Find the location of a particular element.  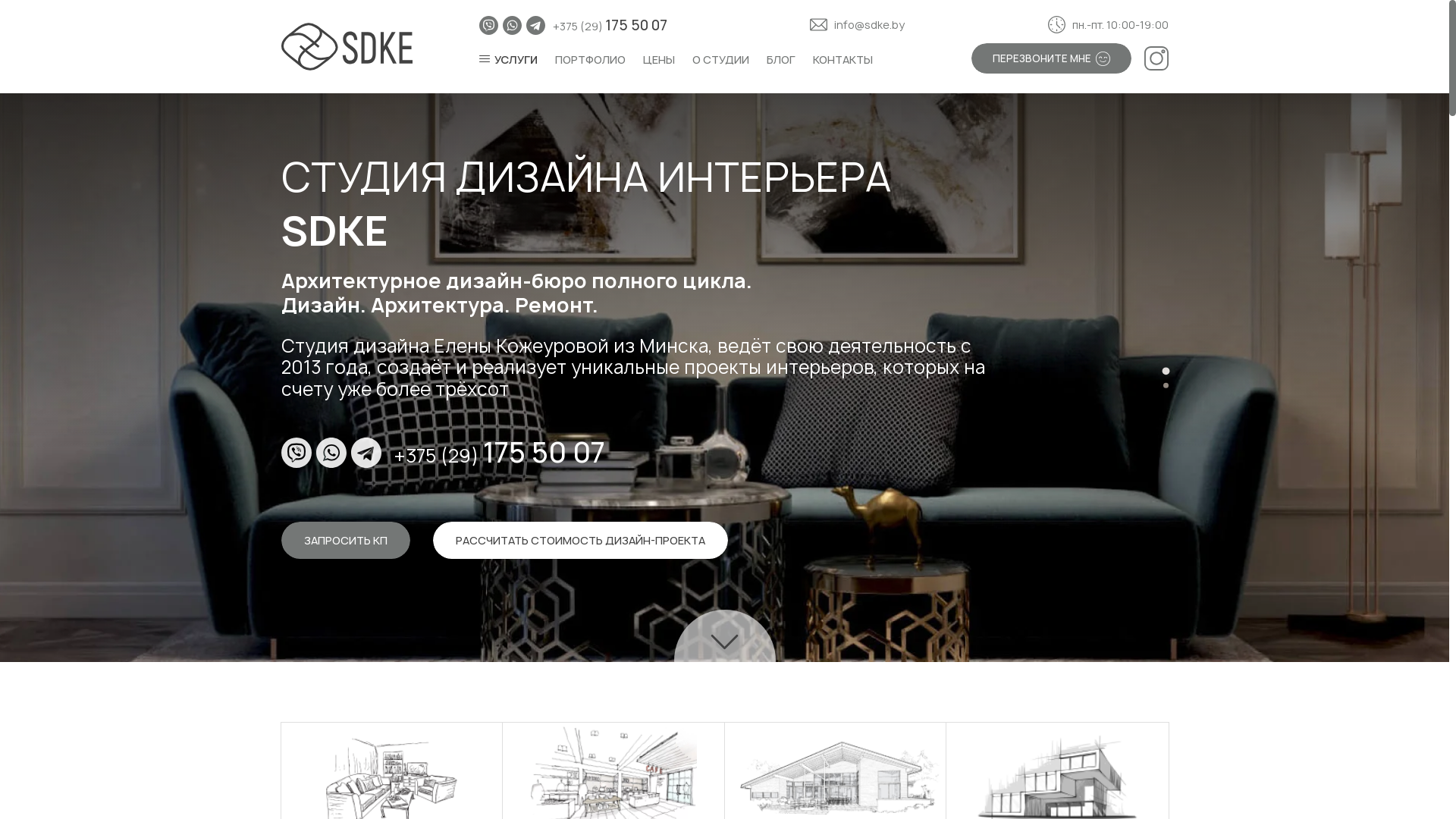

'info@sdke.by' is located at coordinates (809, 25).